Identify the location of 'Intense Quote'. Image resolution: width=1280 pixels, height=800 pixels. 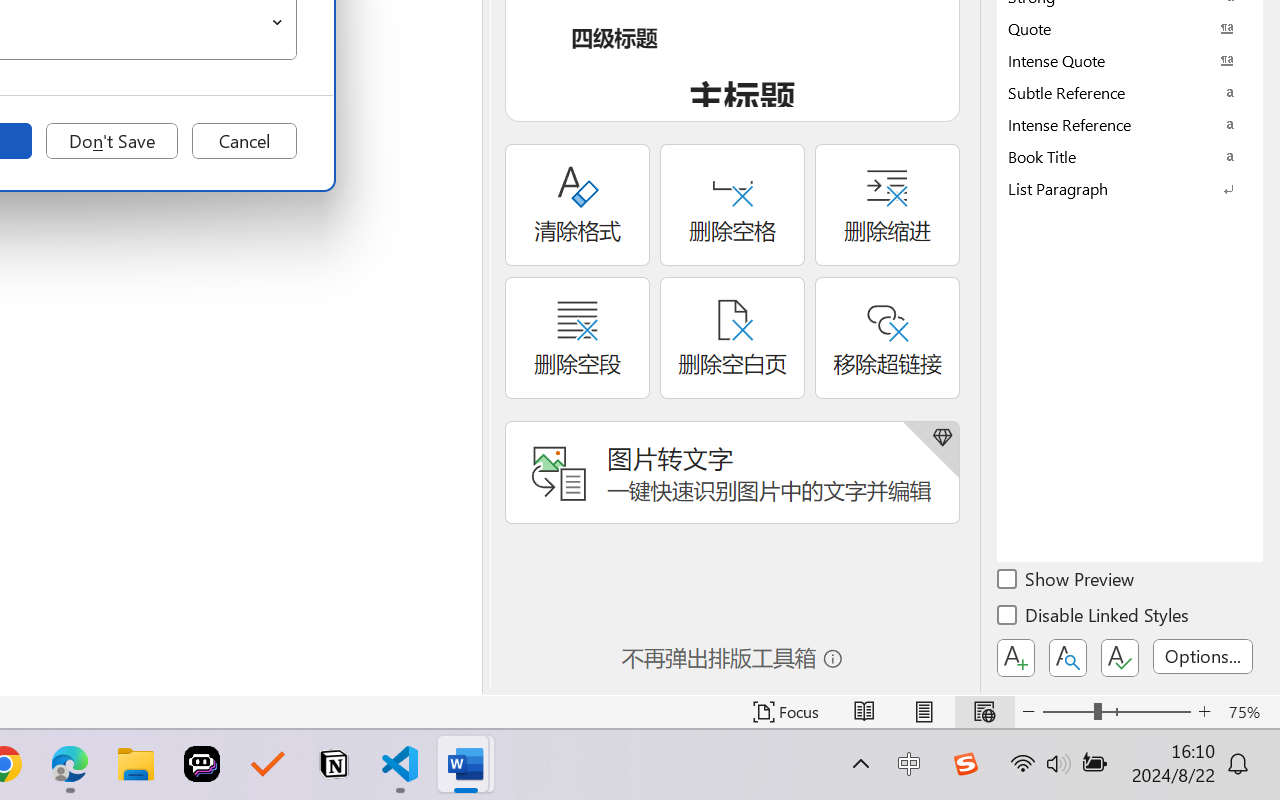
(1130, 59).